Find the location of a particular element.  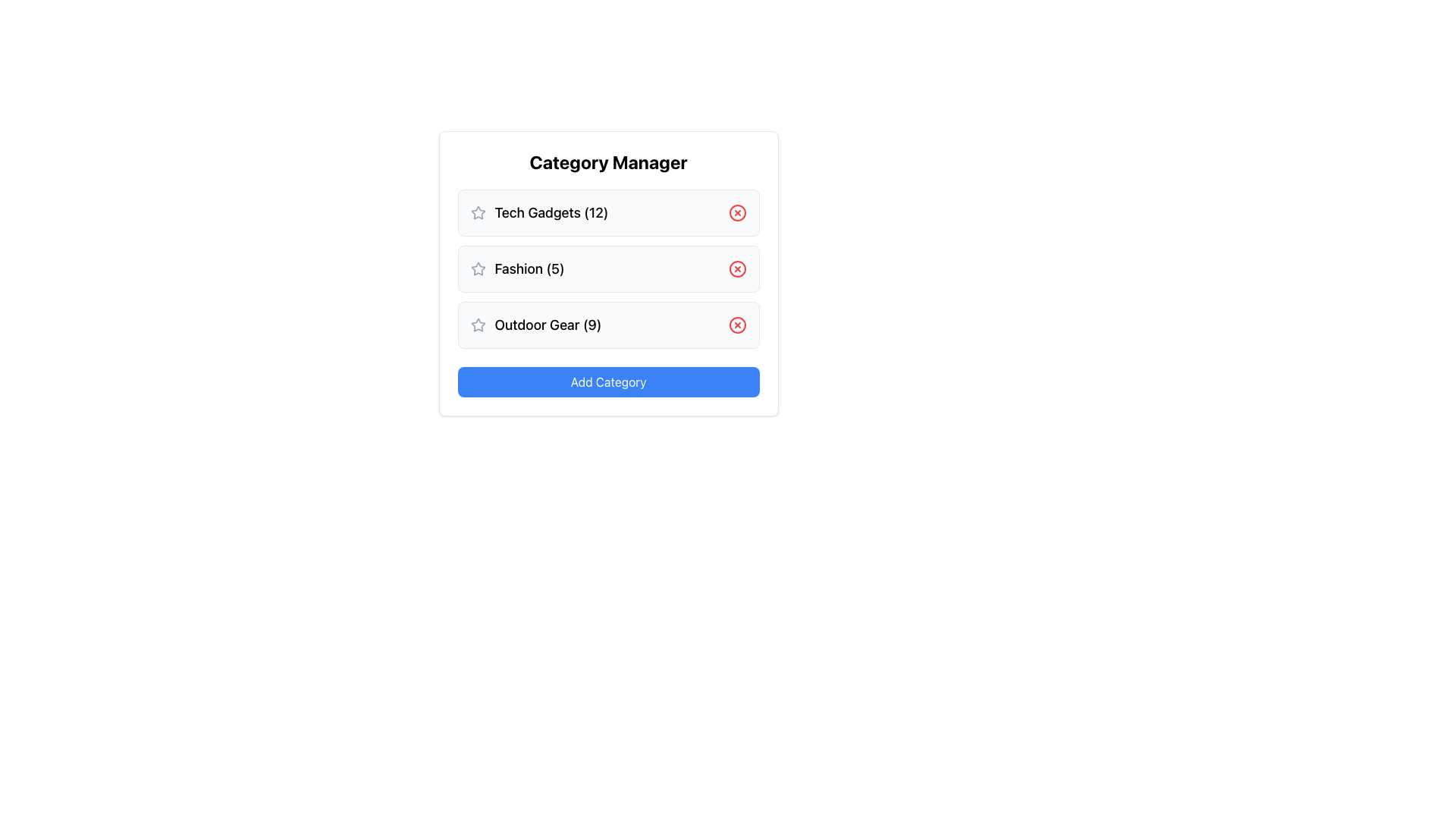

the leftmost icon in the 'Fashion (5)' category row is located at coordinates (477, 268).